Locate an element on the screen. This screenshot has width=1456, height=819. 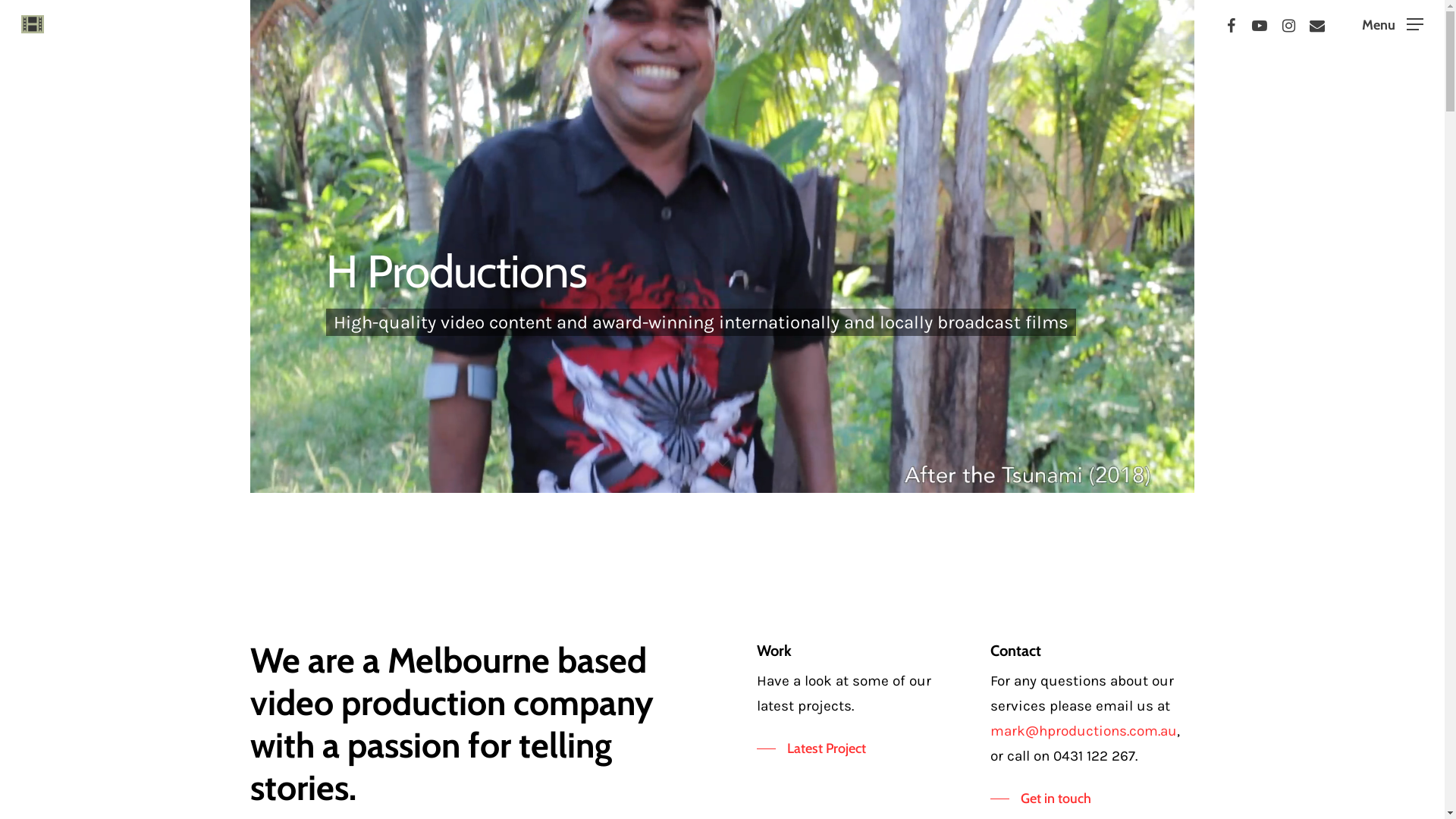
'facebook' is located at coordinates (1230, 24).